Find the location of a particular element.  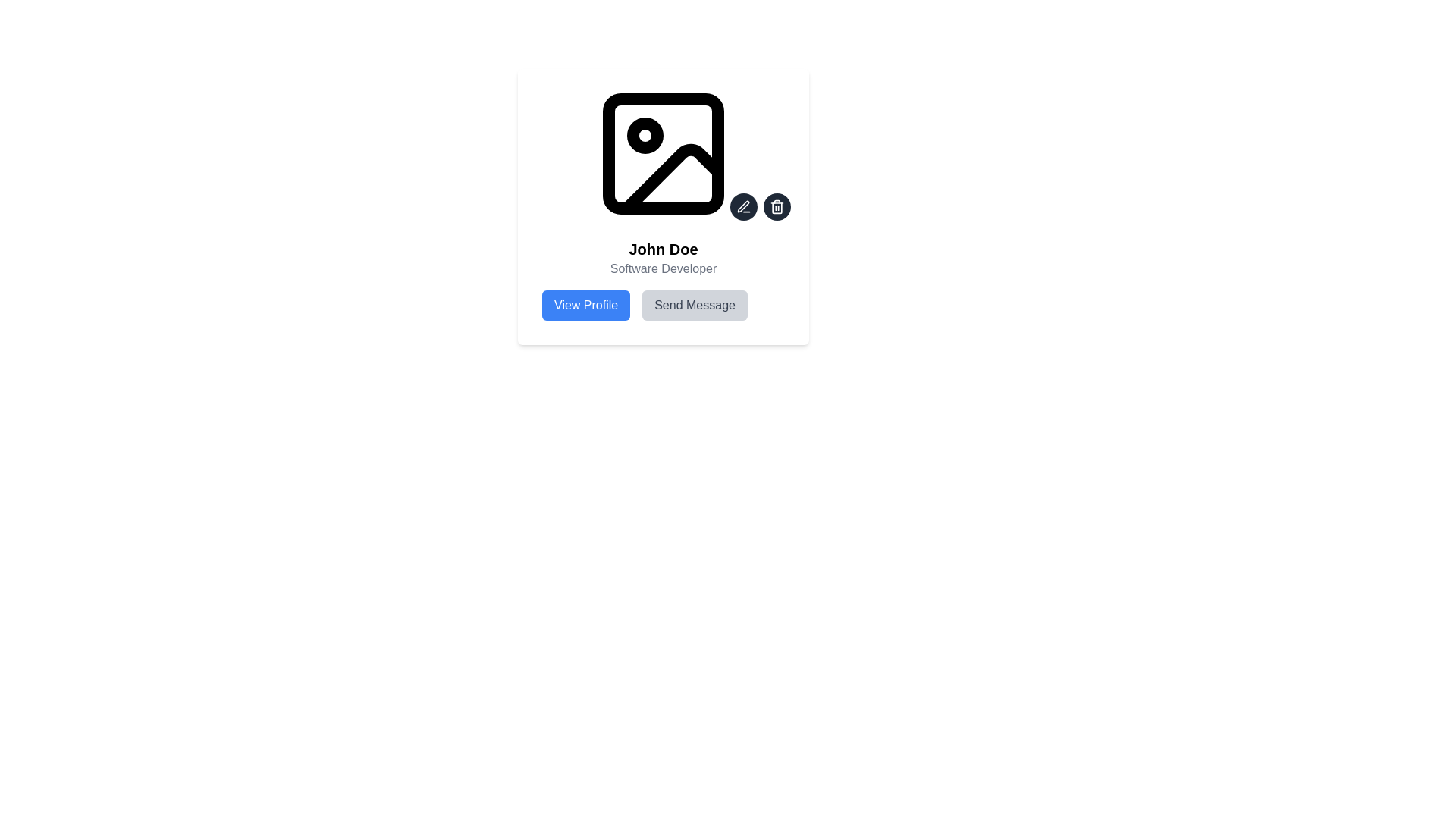

the Label that describes the professional title of the individual named 'John Doe' in the profile card layout, which is positioned directly beneath the name and above the buttons 'View Profile' and 'Send Message' is located at coordinates (663, 268).